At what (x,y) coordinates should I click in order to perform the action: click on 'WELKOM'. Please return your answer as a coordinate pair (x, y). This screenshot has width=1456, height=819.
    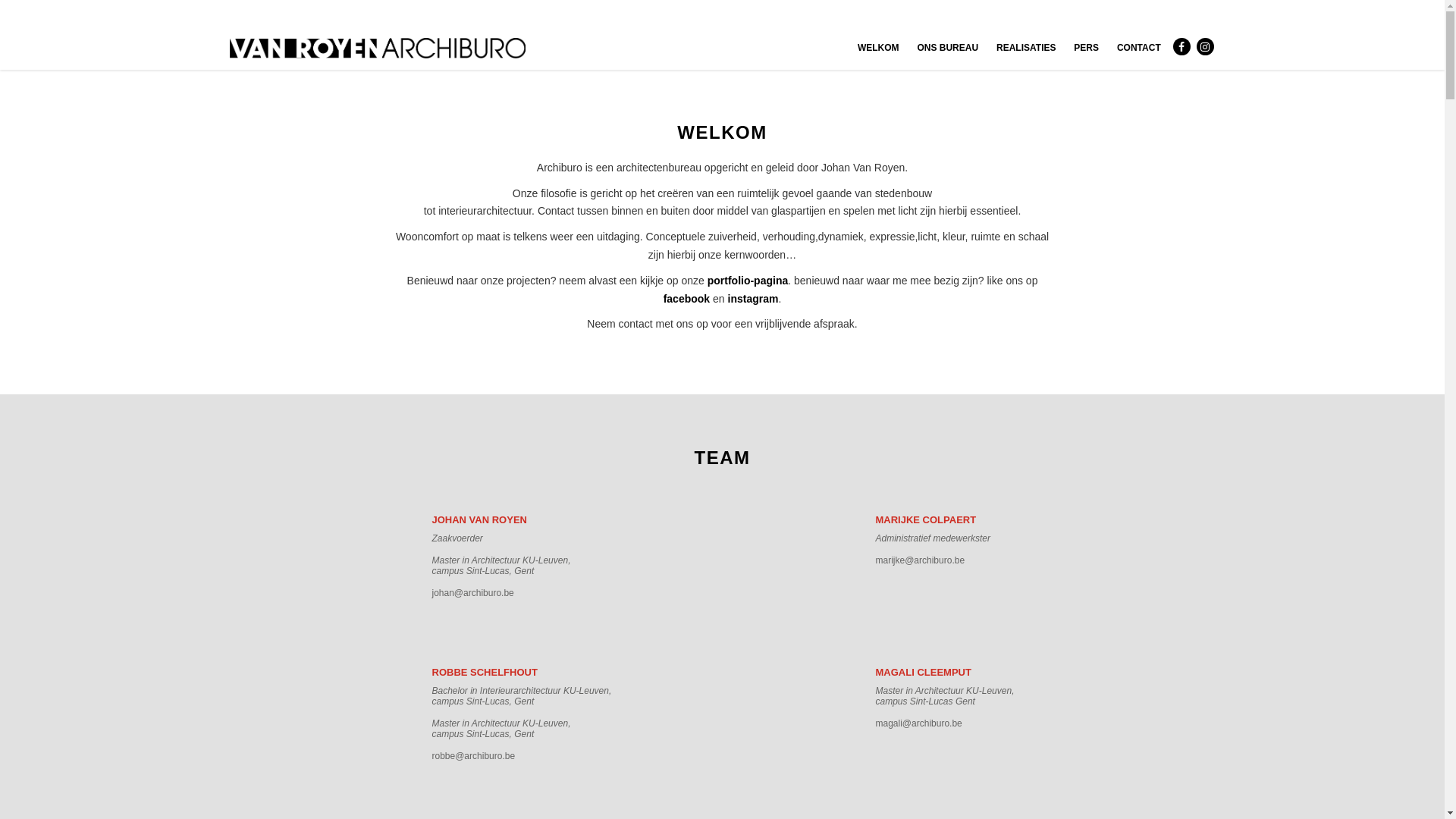
    Looking at the image, I should click on (854, 47).